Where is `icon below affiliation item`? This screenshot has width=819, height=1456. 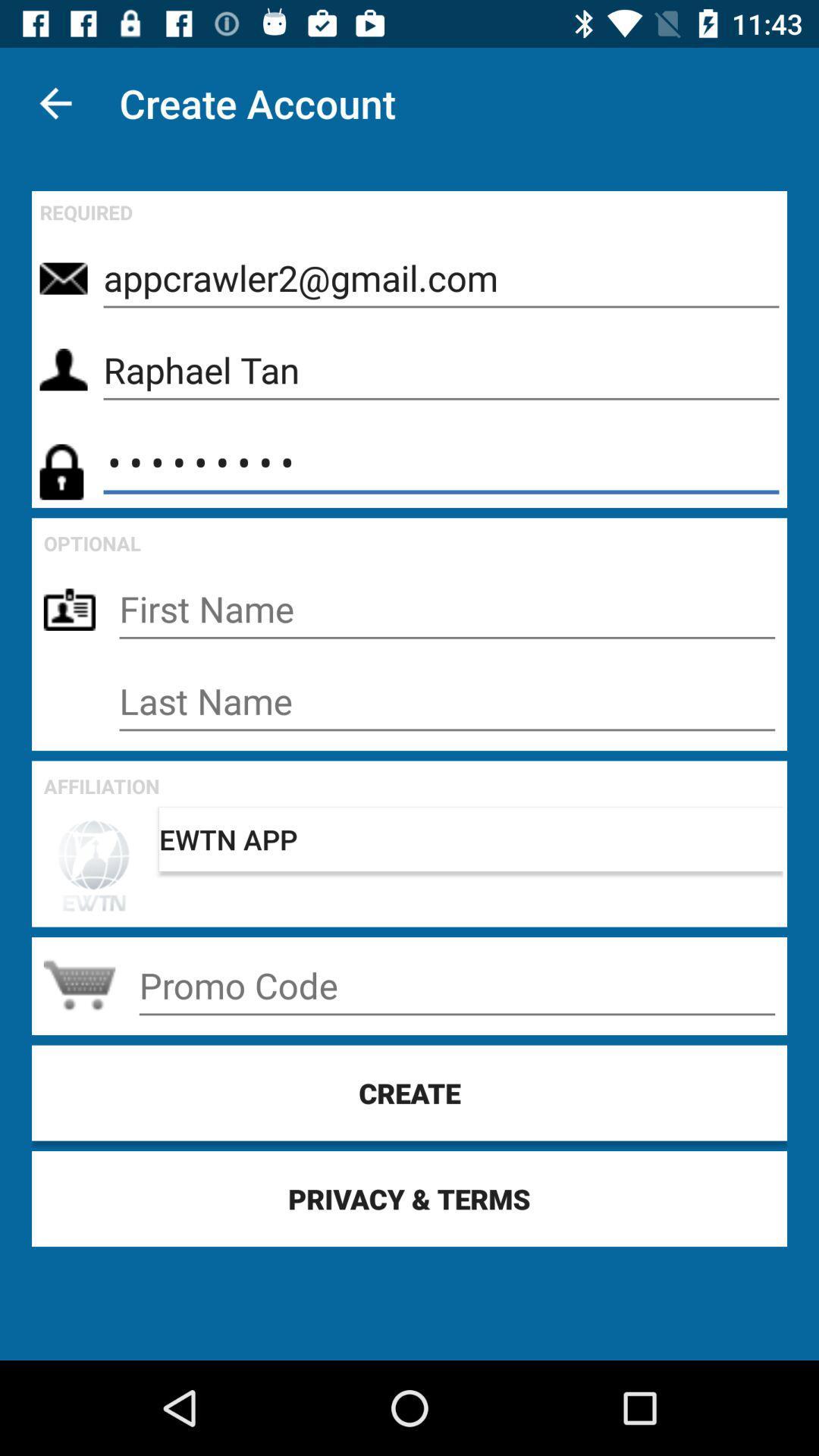
icon below affiliation item is located at coordinates (470, 839).